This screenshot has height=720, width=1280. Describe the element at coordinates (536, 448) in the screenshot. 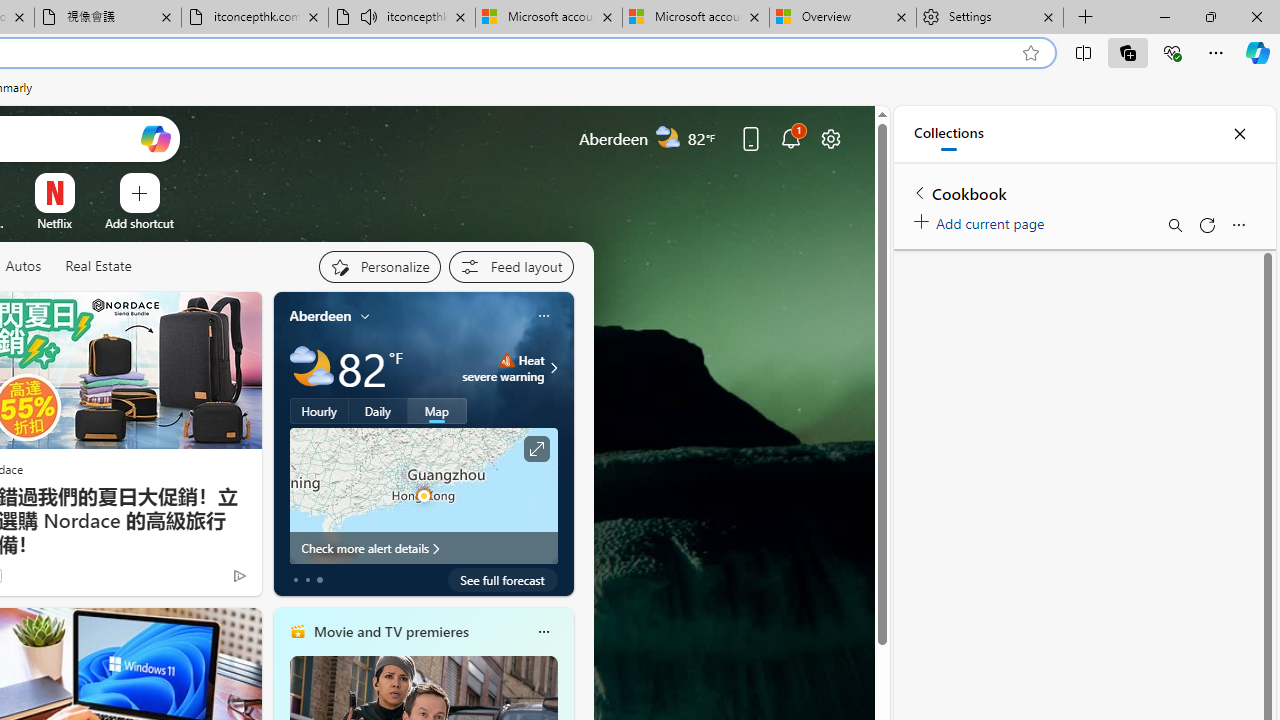

I see `'Click to see more information'` at that location.